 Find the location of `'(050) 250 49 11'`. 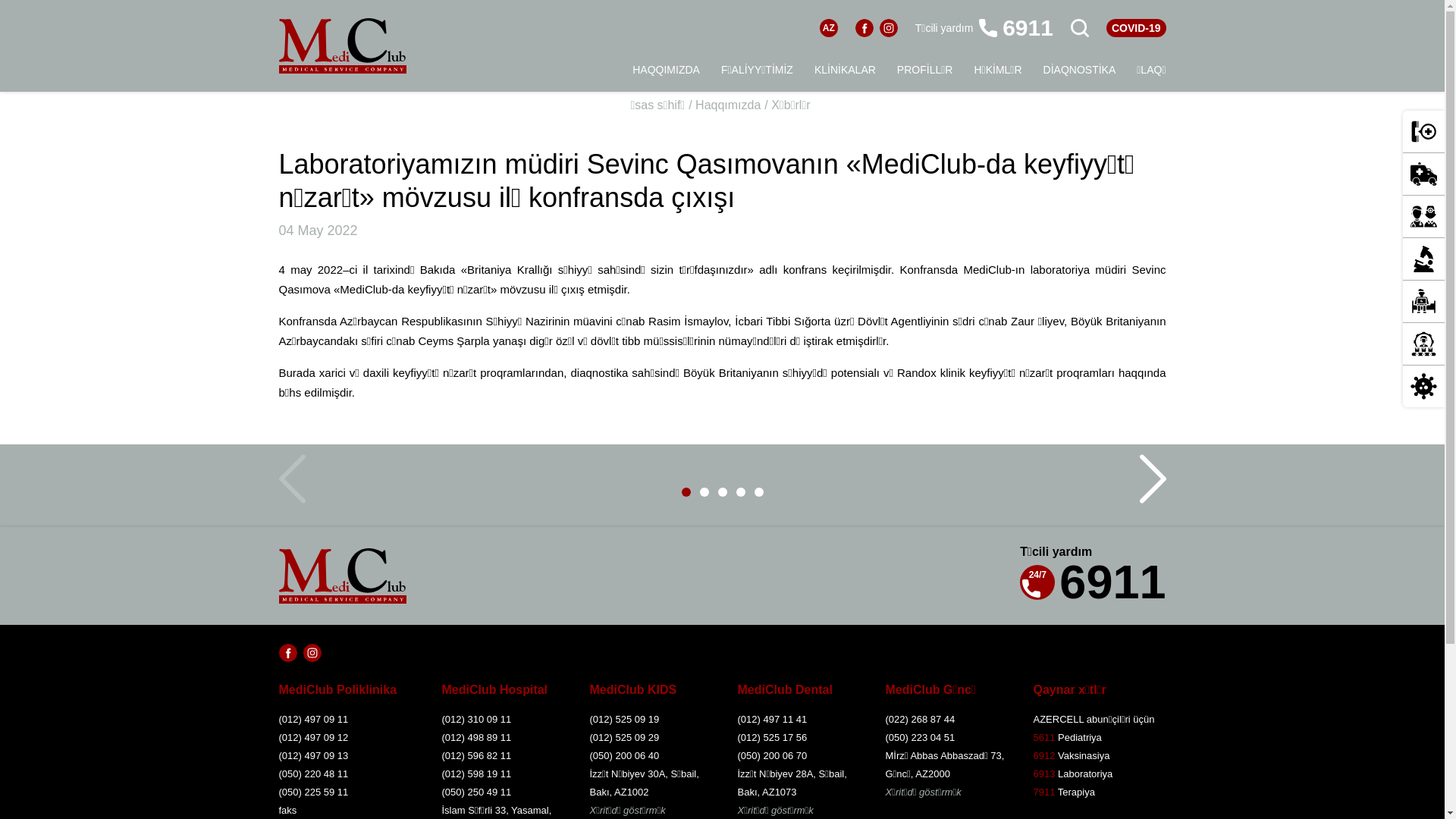

'(050) 250 49 11' is located at coordinates (502, 792).